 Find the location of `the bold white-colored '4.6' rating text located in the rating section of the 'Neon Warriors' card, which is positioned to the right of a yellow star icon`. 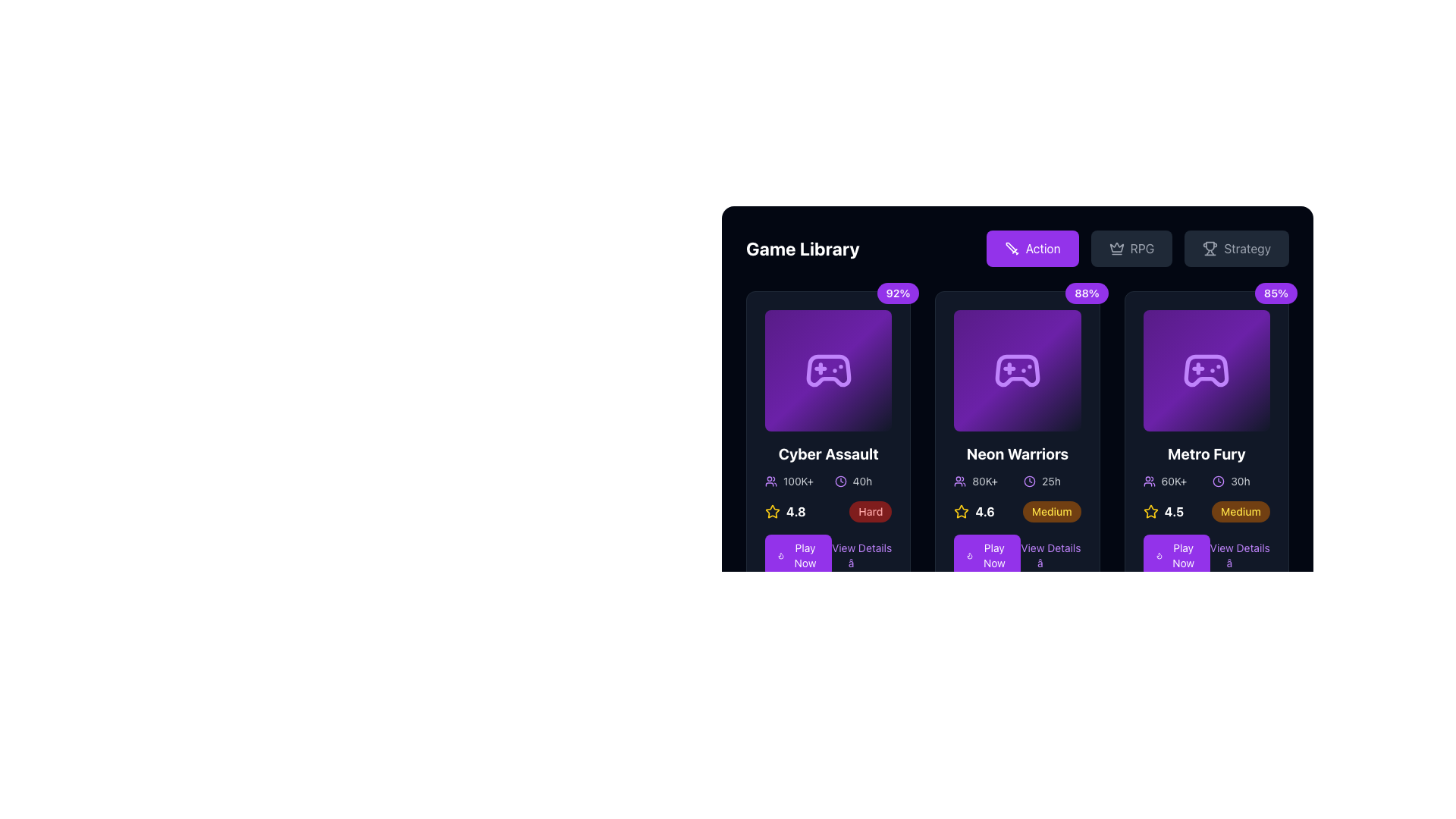

the bold white-colored '4.6' rating text located in the rating section of the 'Neon Warriors' card, which is positioned to the right of a yellow star icon is located at coordinates (985, 512).